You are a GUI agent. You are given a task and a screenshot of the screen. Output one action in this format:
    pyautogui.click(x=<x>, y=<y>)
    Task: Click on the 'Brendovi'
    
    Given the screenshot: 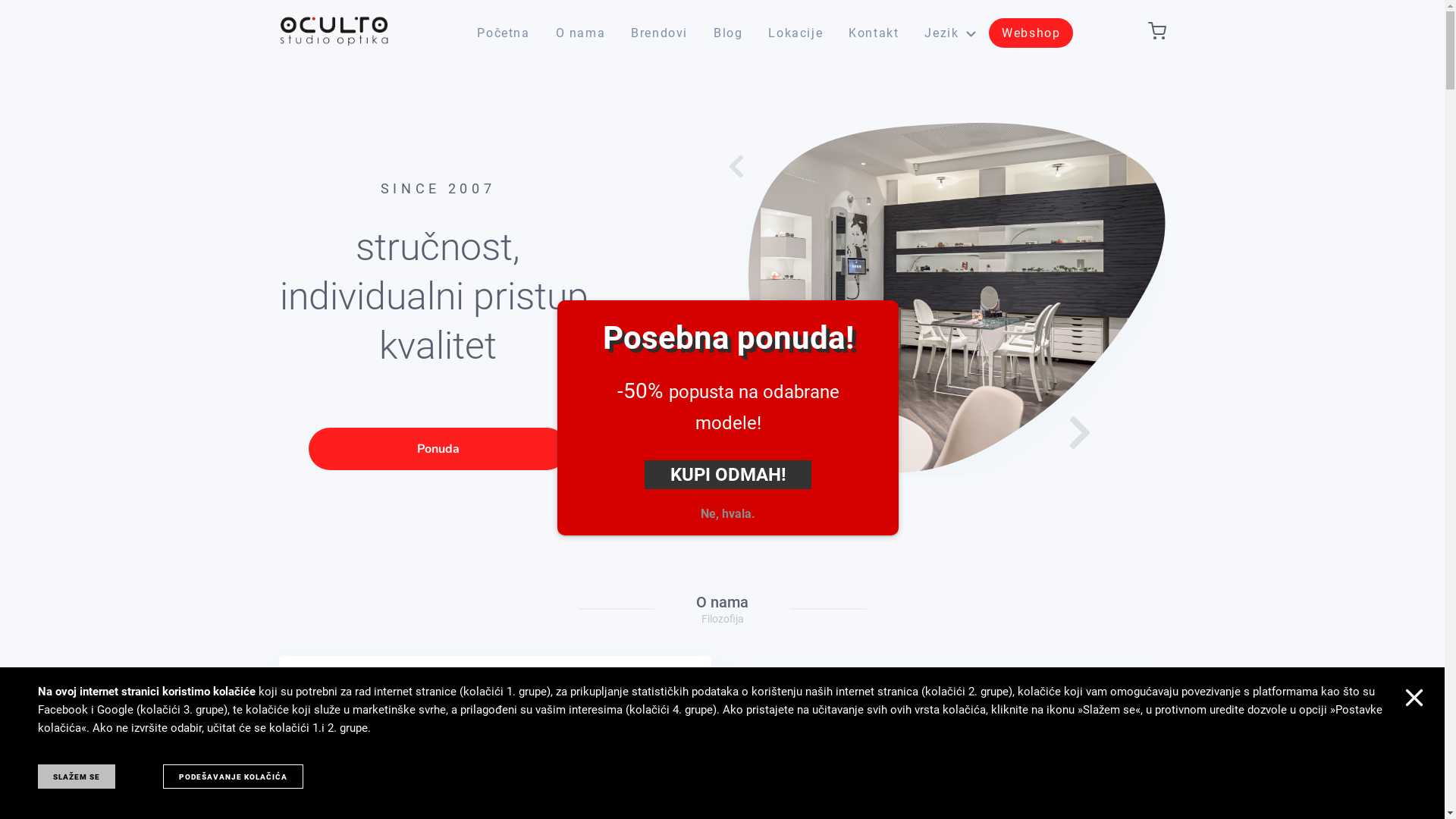 What is the action you would take?
    pyautogui.click(x=659, y=33)
    